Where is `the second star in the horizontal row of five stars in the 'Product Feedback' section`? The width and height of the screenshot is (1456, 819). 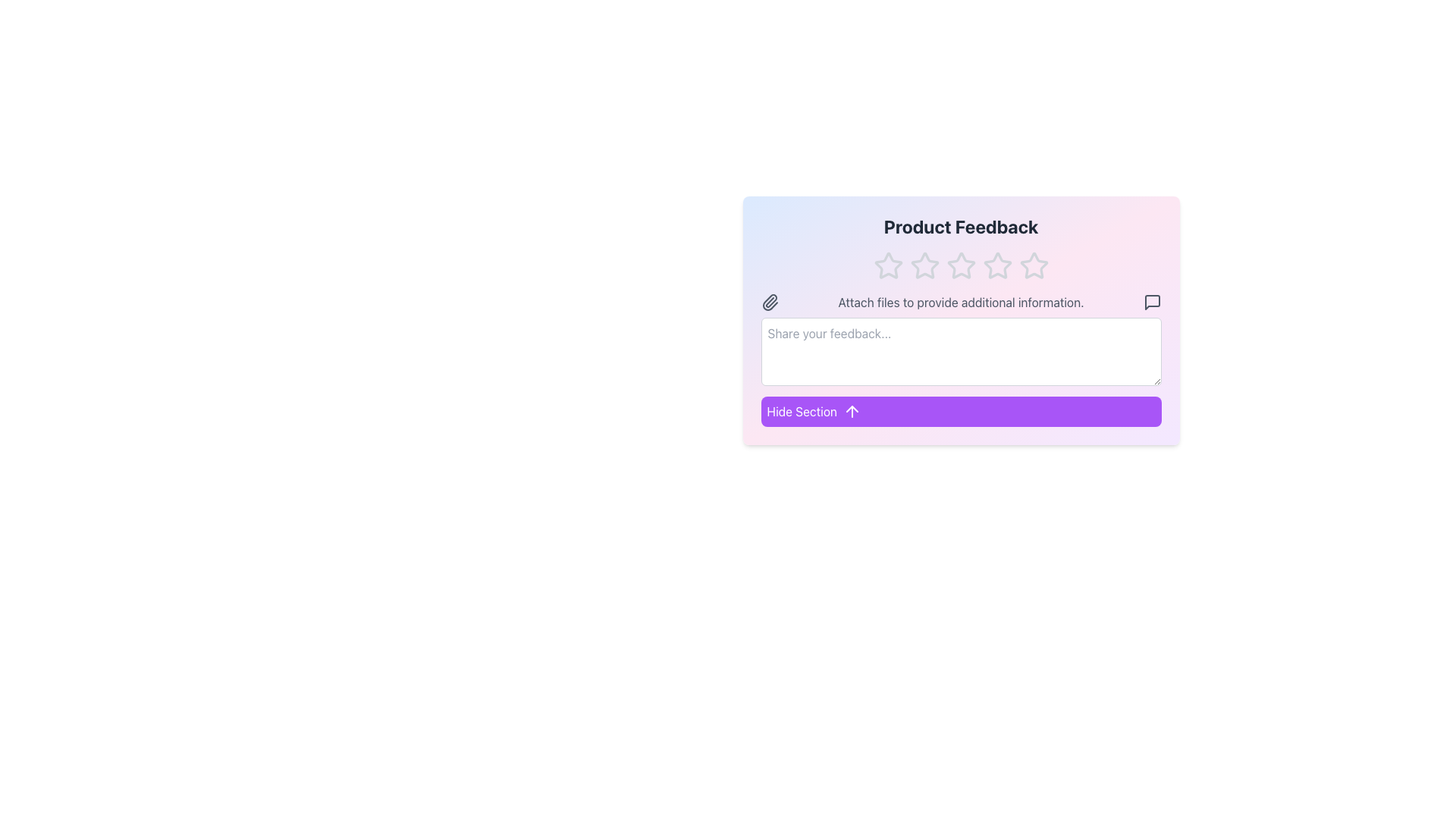 the second star in the horizontal row of five stars in the 'Product Feedback' section is located at coordinates (960, 265).